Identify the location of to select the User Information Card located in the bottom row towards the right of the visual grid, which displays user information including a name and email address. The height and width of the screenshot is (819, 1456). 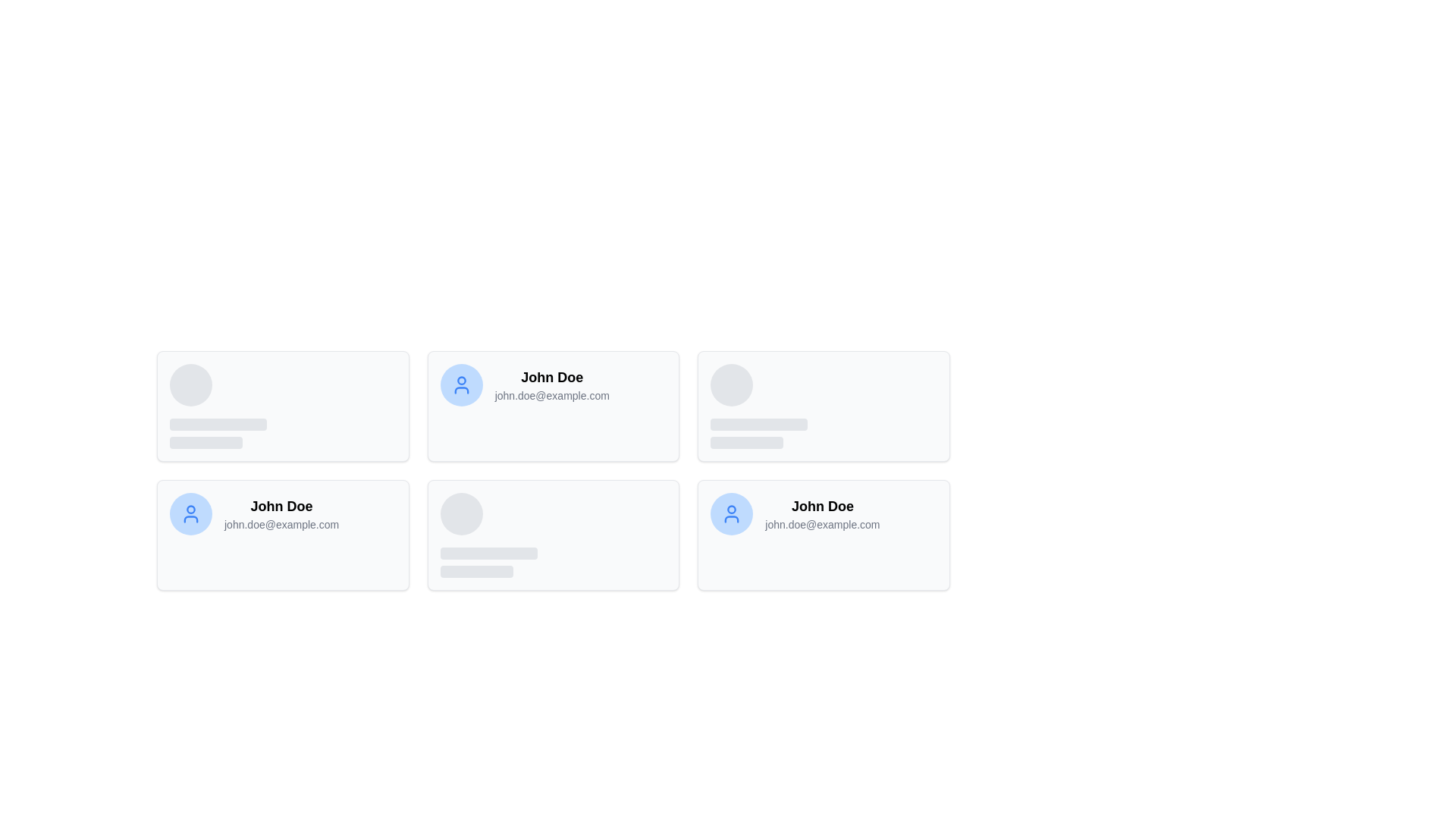
(794, 513).